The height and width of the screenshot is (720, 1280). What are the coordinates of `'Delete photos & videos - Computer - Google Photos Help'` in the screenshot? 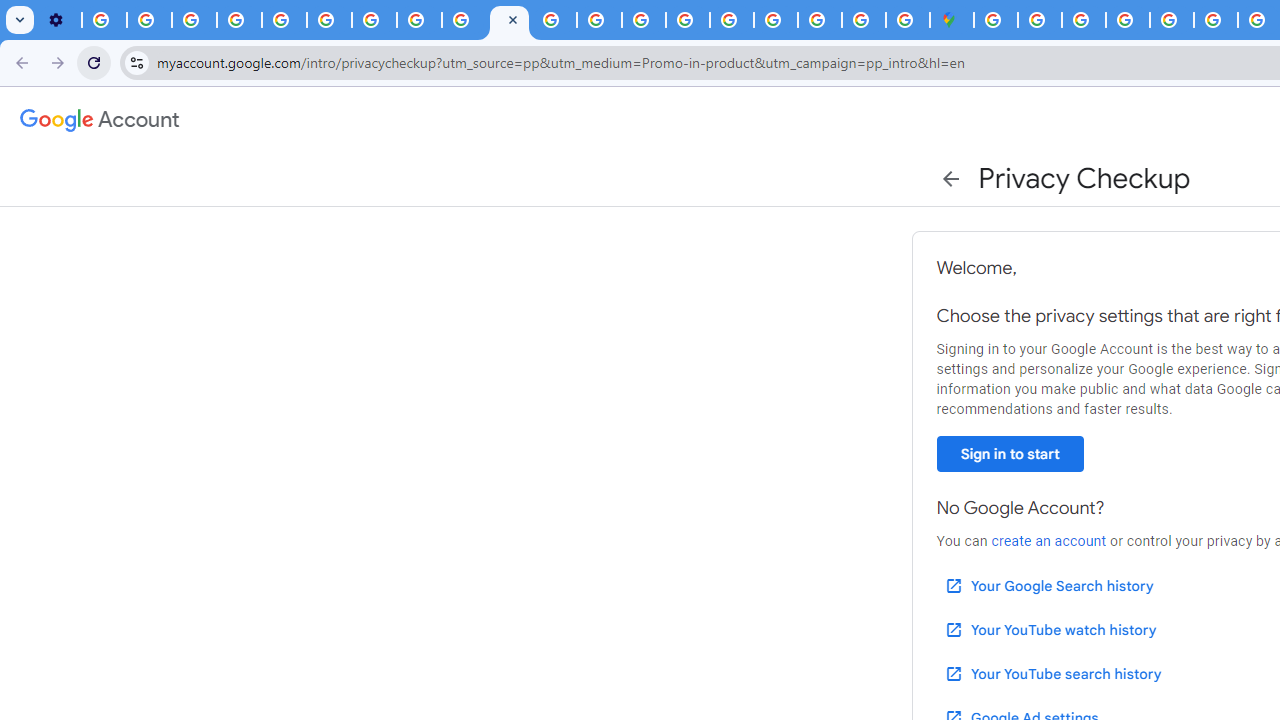 It's located at (103, 20).